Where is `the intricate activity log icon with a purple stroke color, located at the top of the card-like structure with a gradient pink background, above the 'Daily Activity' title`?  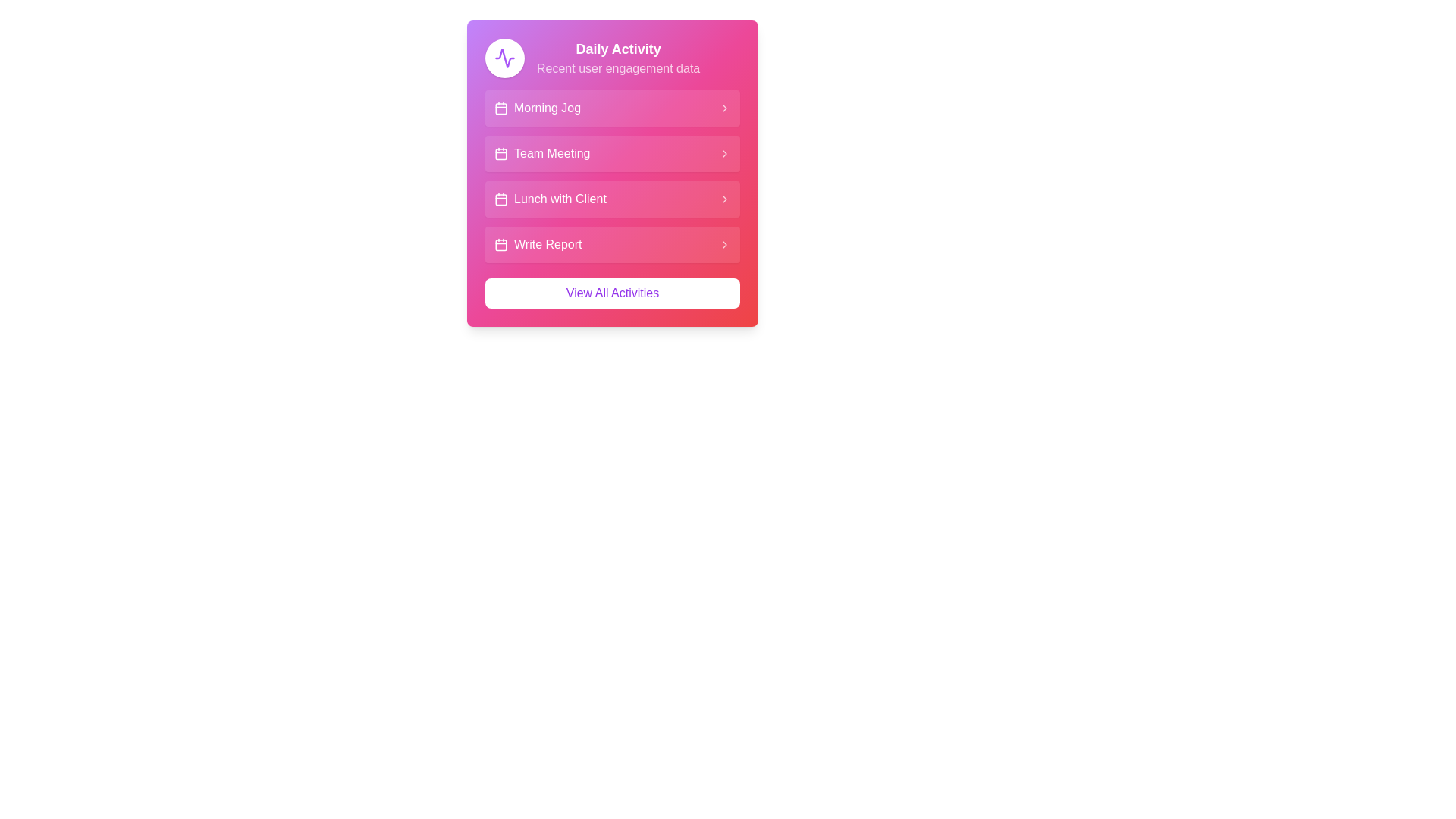
the intricate activity log icon with a purple stroke color, located at the top of the card-like structure with a gradient pink background, above the 'Daily Activity' title is located at coordinates (505, 58).